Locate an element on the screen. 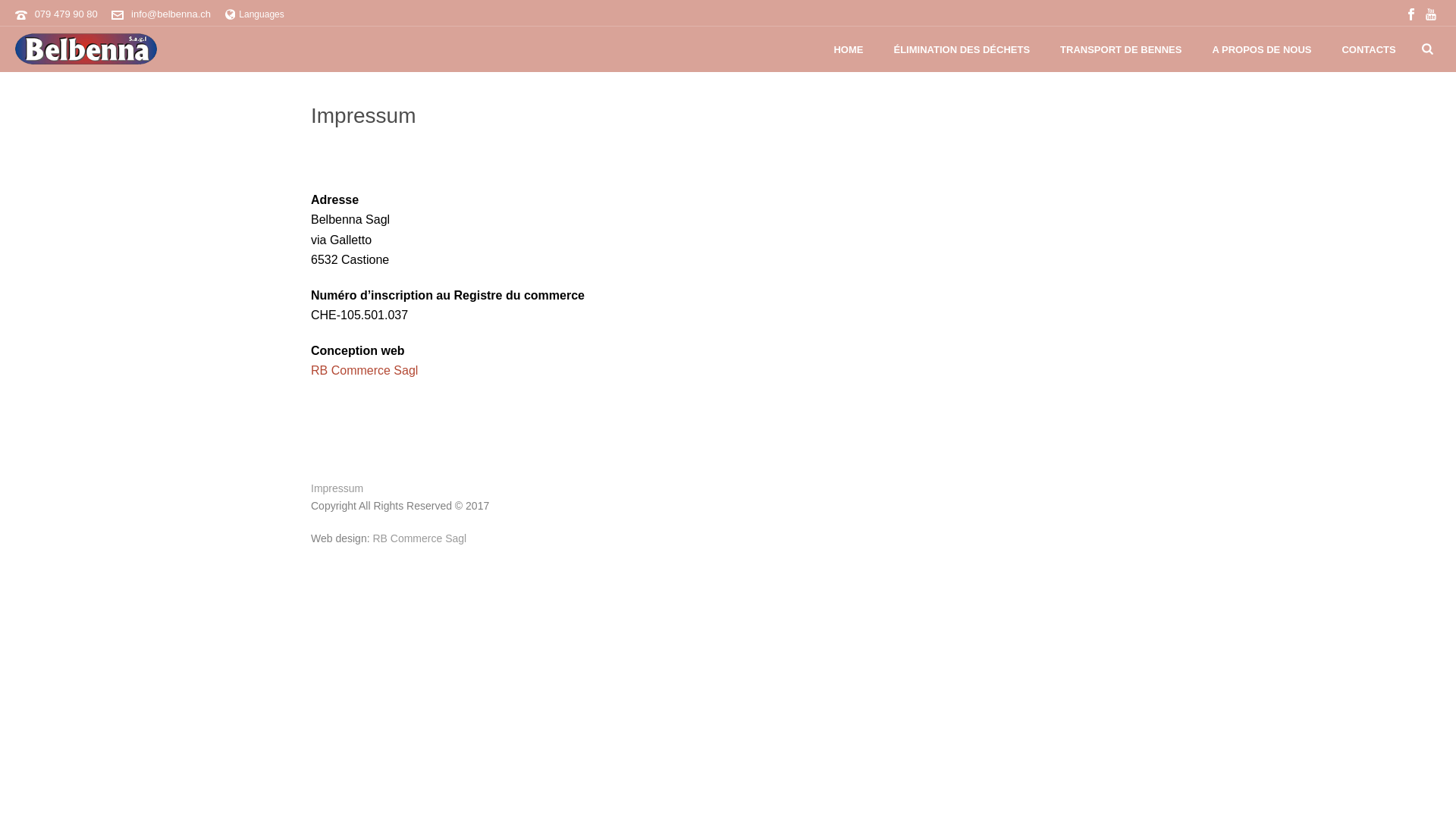 This screenshot has width=1456, height=819. 'RB Commerce Sagl' is located at coordinates (364, 370).